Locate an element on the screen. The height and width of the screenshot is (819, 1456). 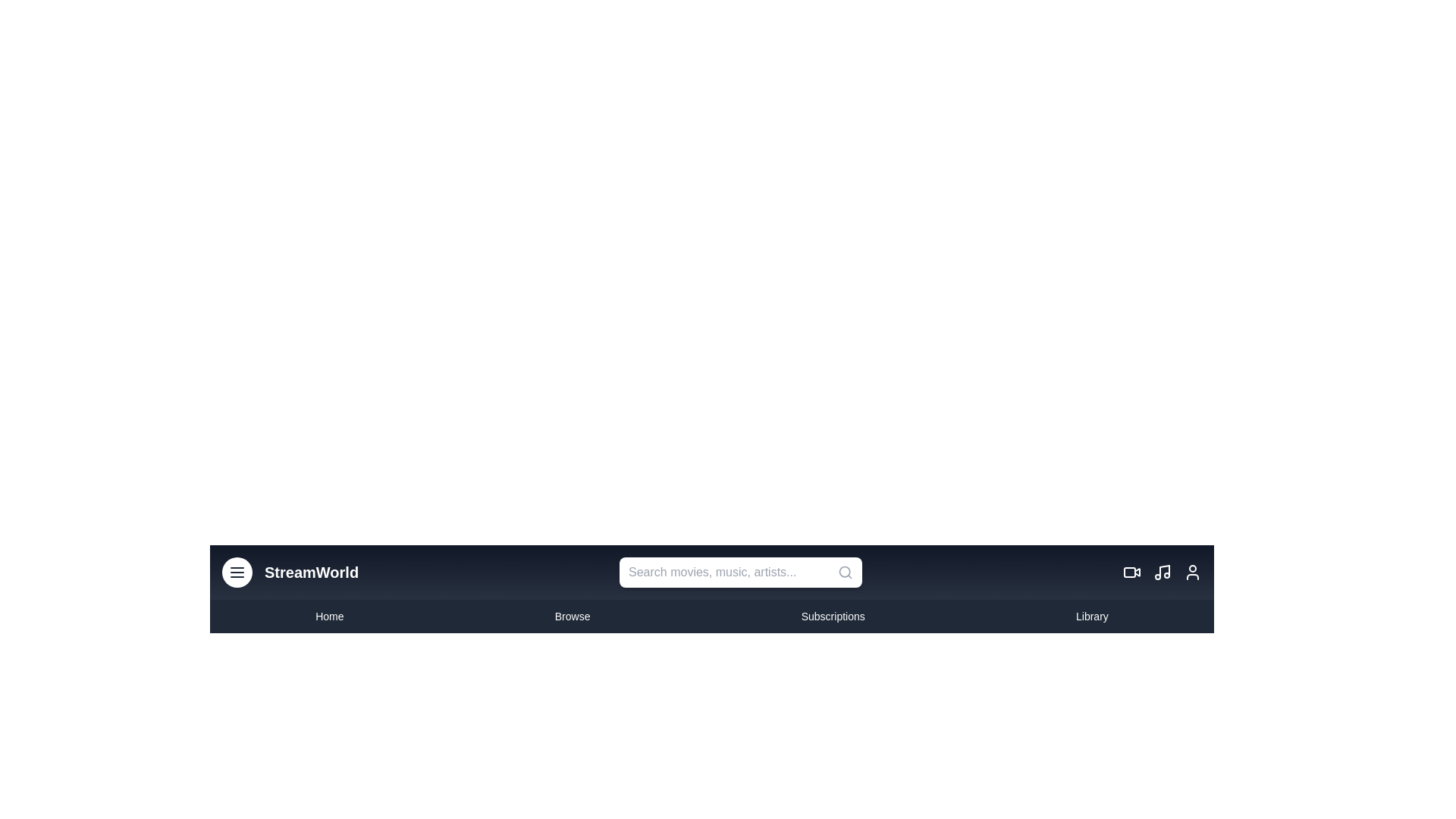
the 'Library' text in the navigation bar to navigate to the Library section is located at coordinates (1092, 617).